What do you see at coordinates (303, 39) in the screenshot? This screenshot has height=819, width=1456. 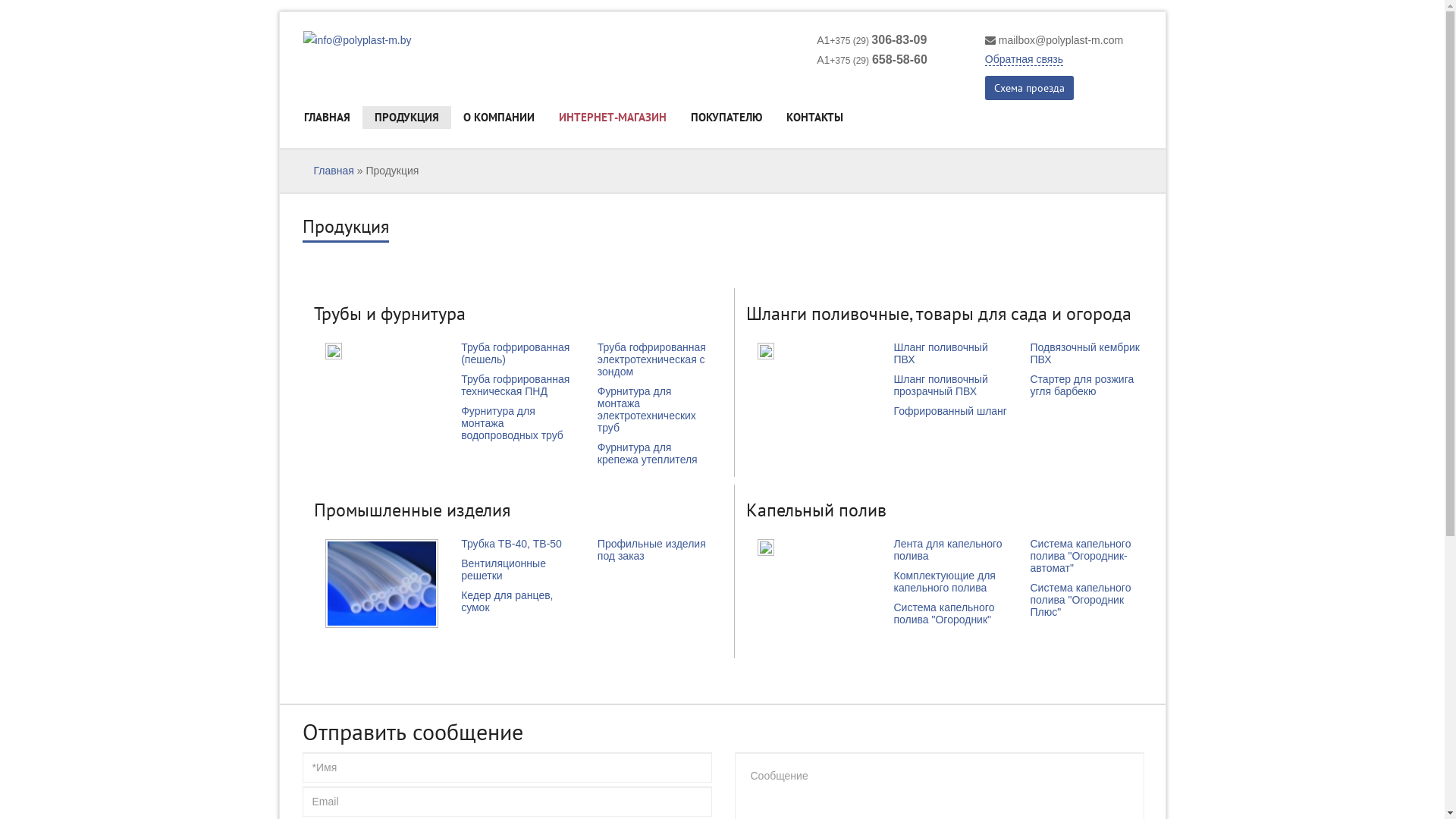 I see `'info@polyplast-m.by'` at bounding box center [303, 39].